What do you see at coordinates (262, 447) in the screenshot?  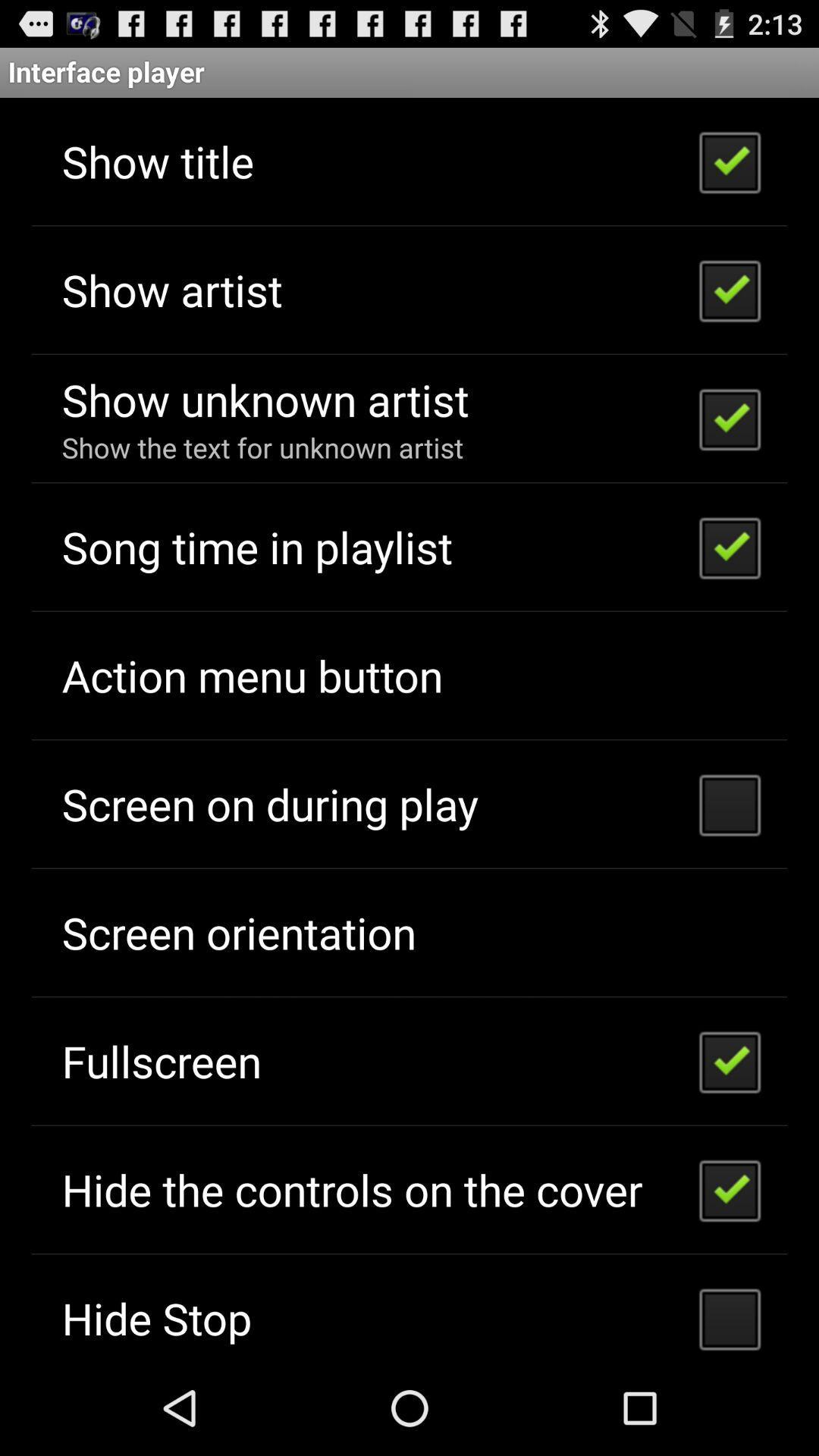 I see `icon below the show unknown artist app` at bounding box center [262, 447].